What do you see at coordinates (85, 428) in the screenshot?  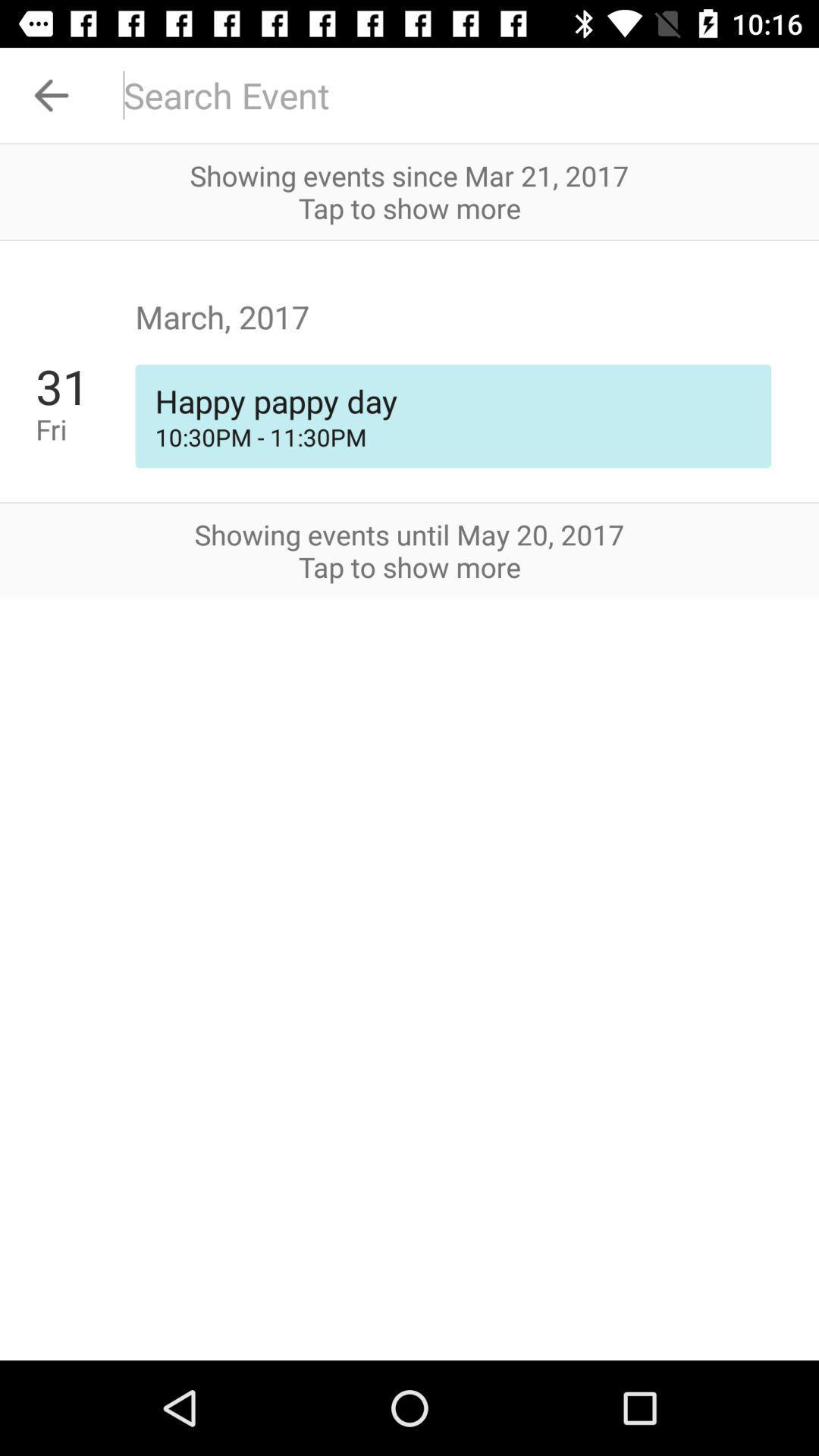 I see `item next to the happy pappy day item` at bounding box center [85, 428].